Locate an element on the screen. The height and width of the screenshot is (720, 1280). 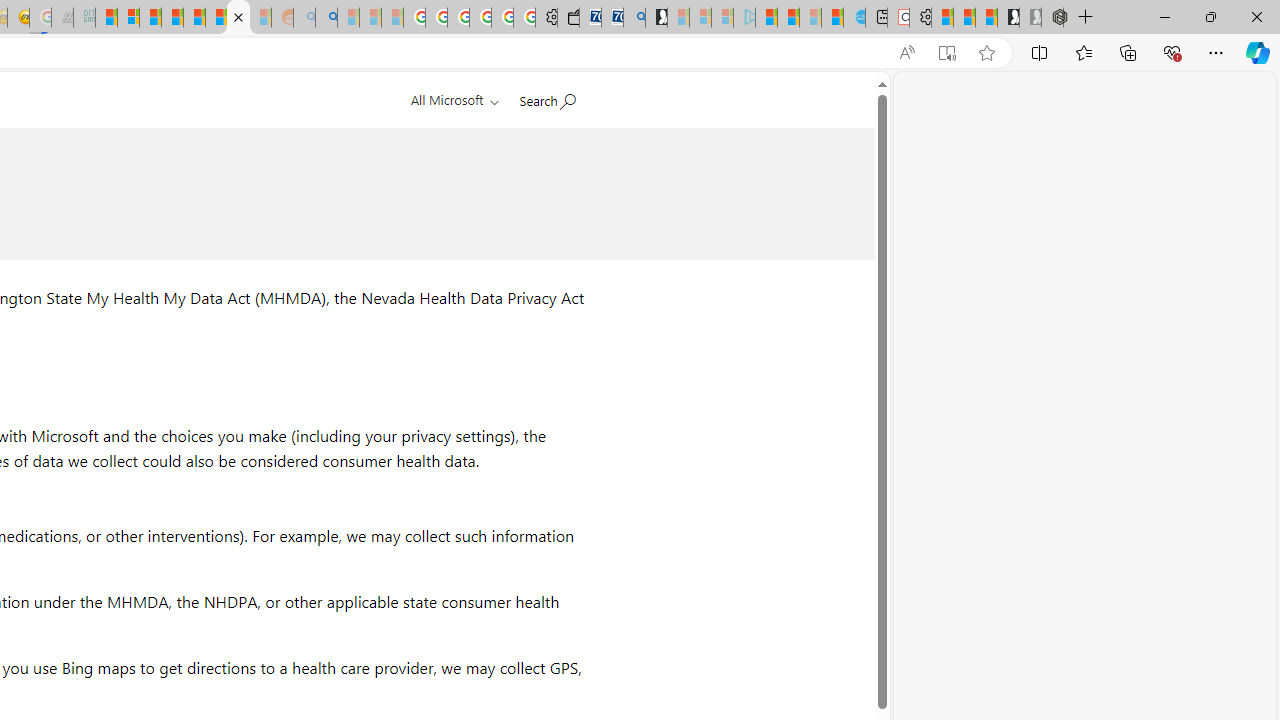
'Consumer Health Data Privacy Policy' is located at coordinates (238, 17).